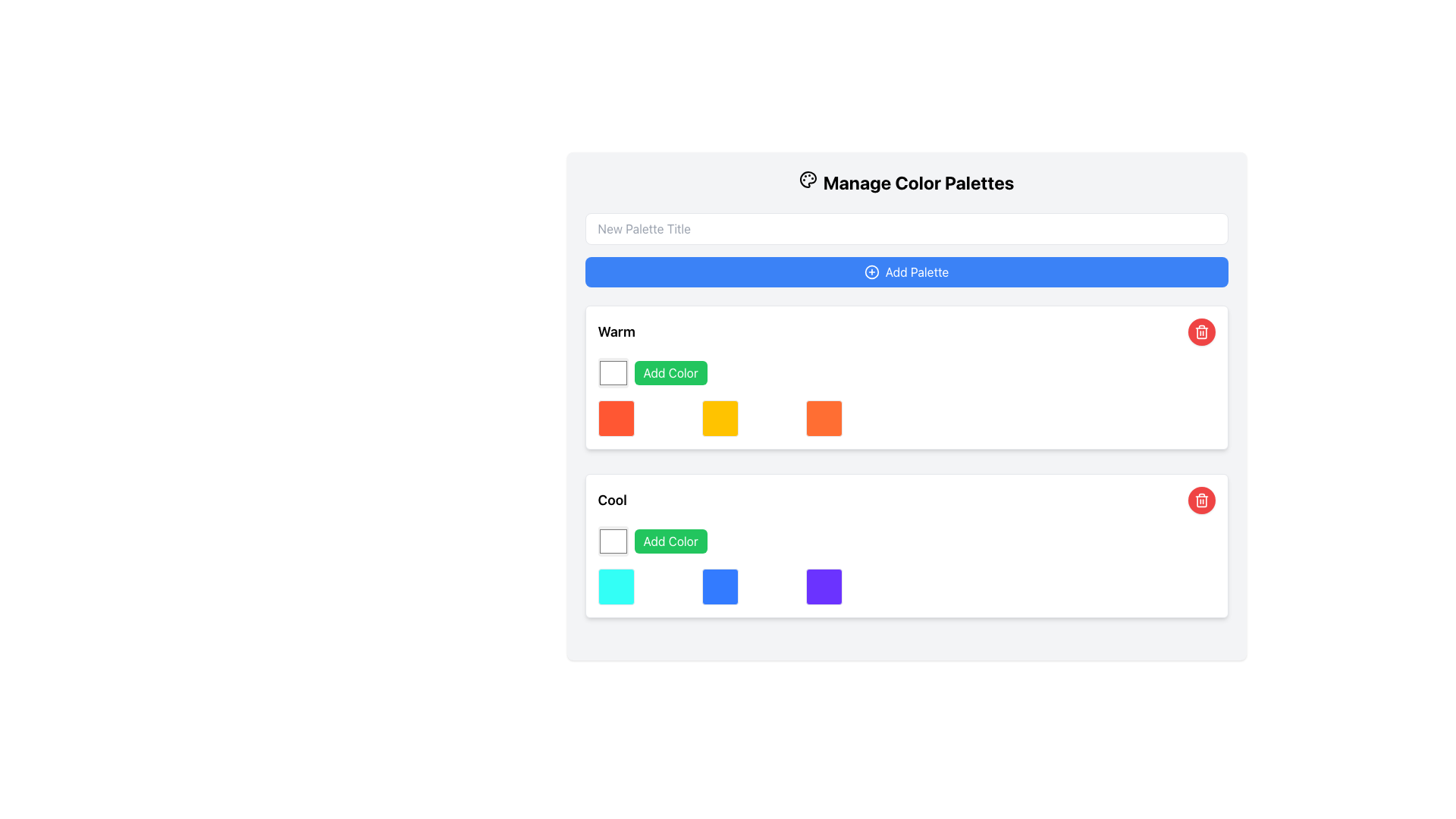  I want to click on the Color Swatch with a blue background (#337BFF) that is the second square in a row of three squares in the 'Cool' section, so click(719, 586).